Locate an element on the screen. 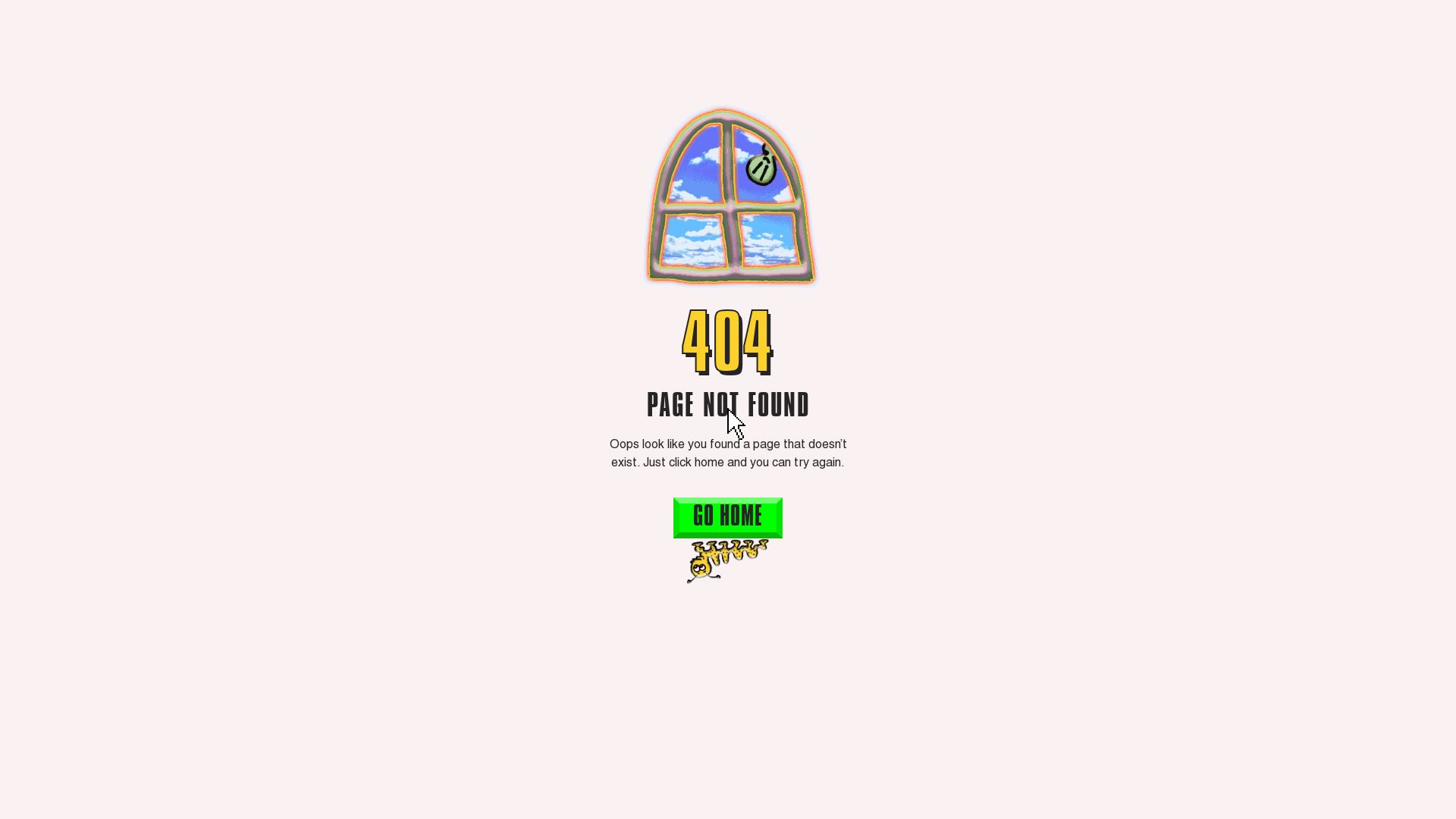  'GO HOME' is located at coordinates (673, 516).